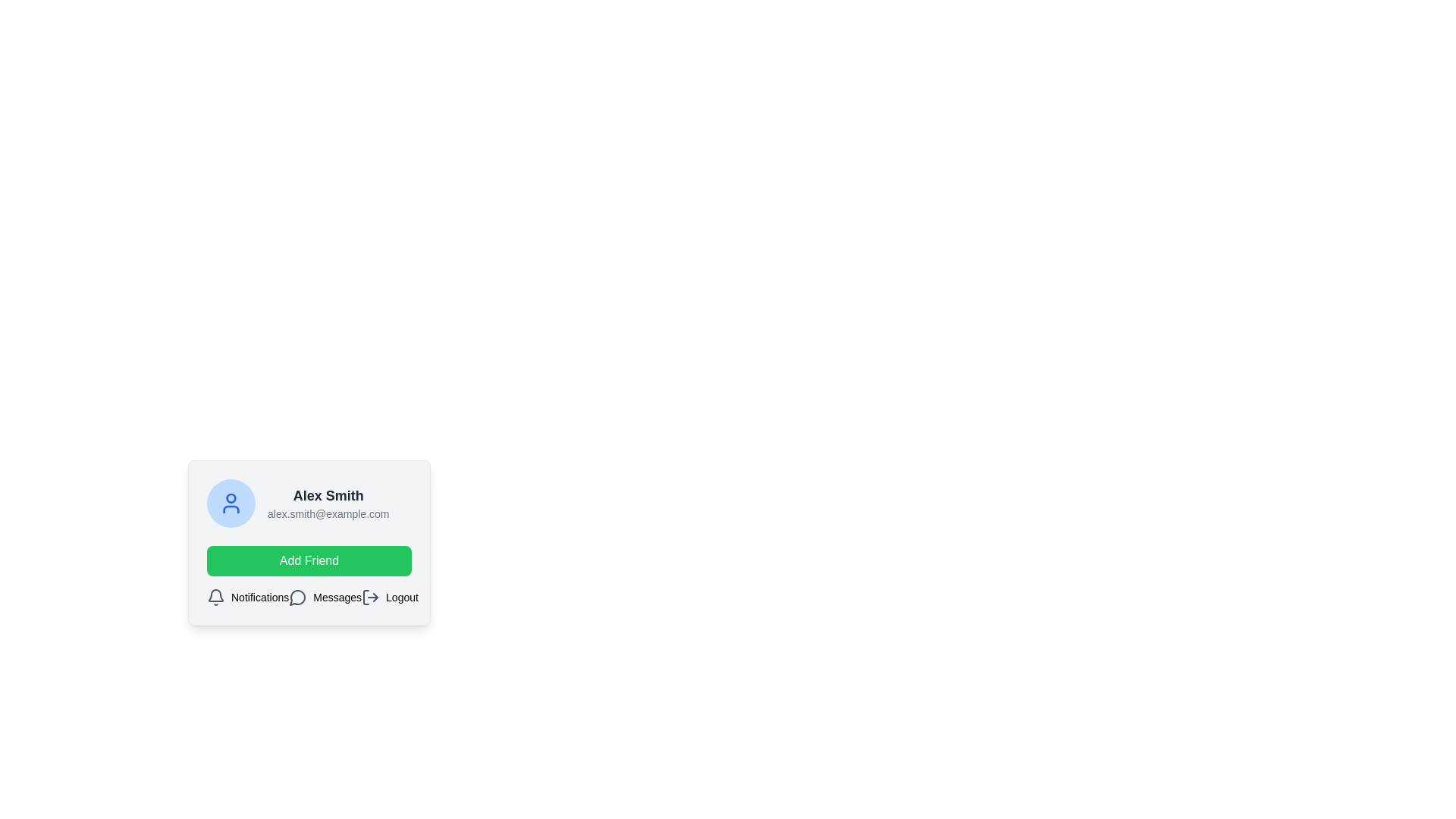 The image size is (1456, 819). Describe the element at coordinates (325, 596) in the screenshot. I see `the 'Messages' button located at the bottom of the profile card` at that location.